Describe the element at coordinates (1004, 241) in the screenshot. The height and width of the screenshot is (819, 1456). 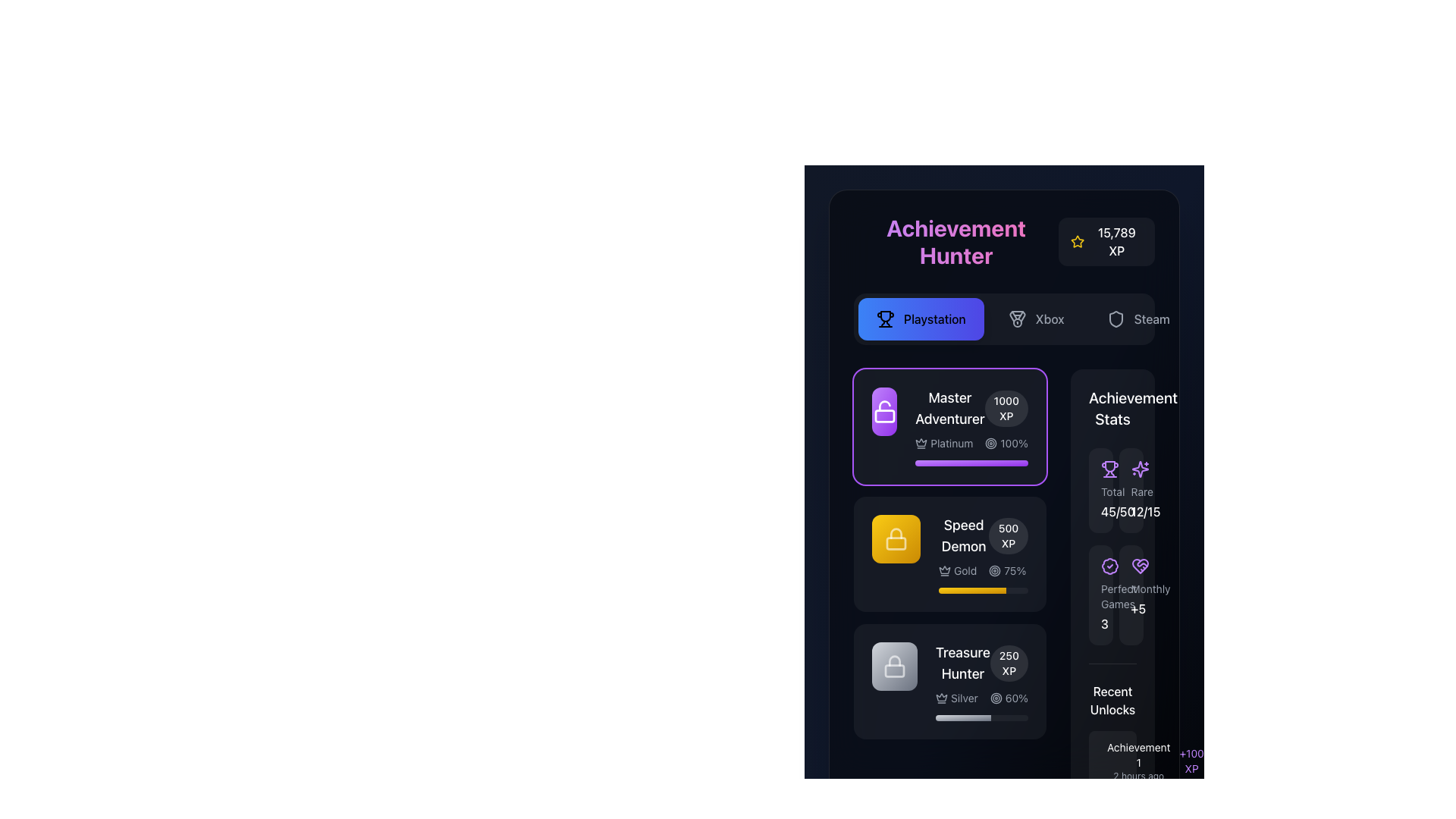
I see `text in the Heading with additional information block that summarizes the user's achievements and XP` at that location.